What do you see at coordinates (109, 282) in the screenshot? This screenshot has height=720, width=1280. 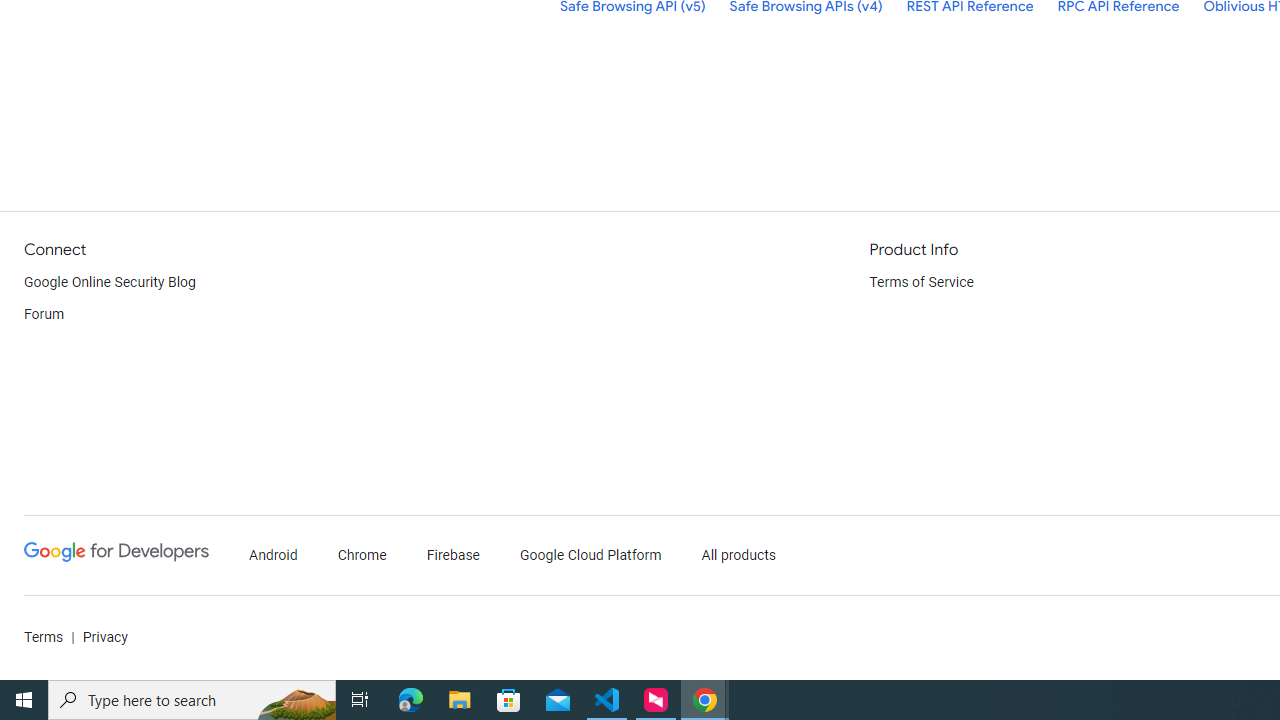 I see `'Google Online Security Blog'` at bounding box center [109, 282].